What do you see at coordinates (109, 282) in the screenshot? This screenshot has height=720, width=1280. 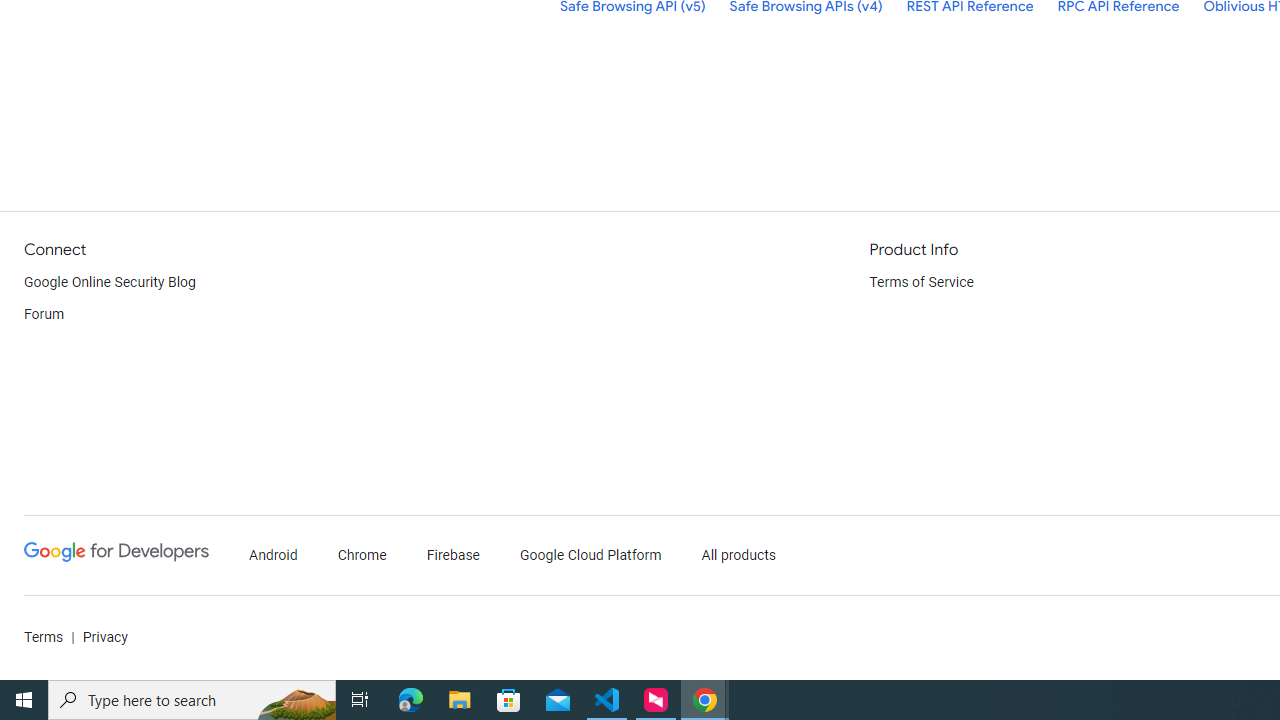 I see `'Google Online Security Blog'` at bounding box center [109, 282].